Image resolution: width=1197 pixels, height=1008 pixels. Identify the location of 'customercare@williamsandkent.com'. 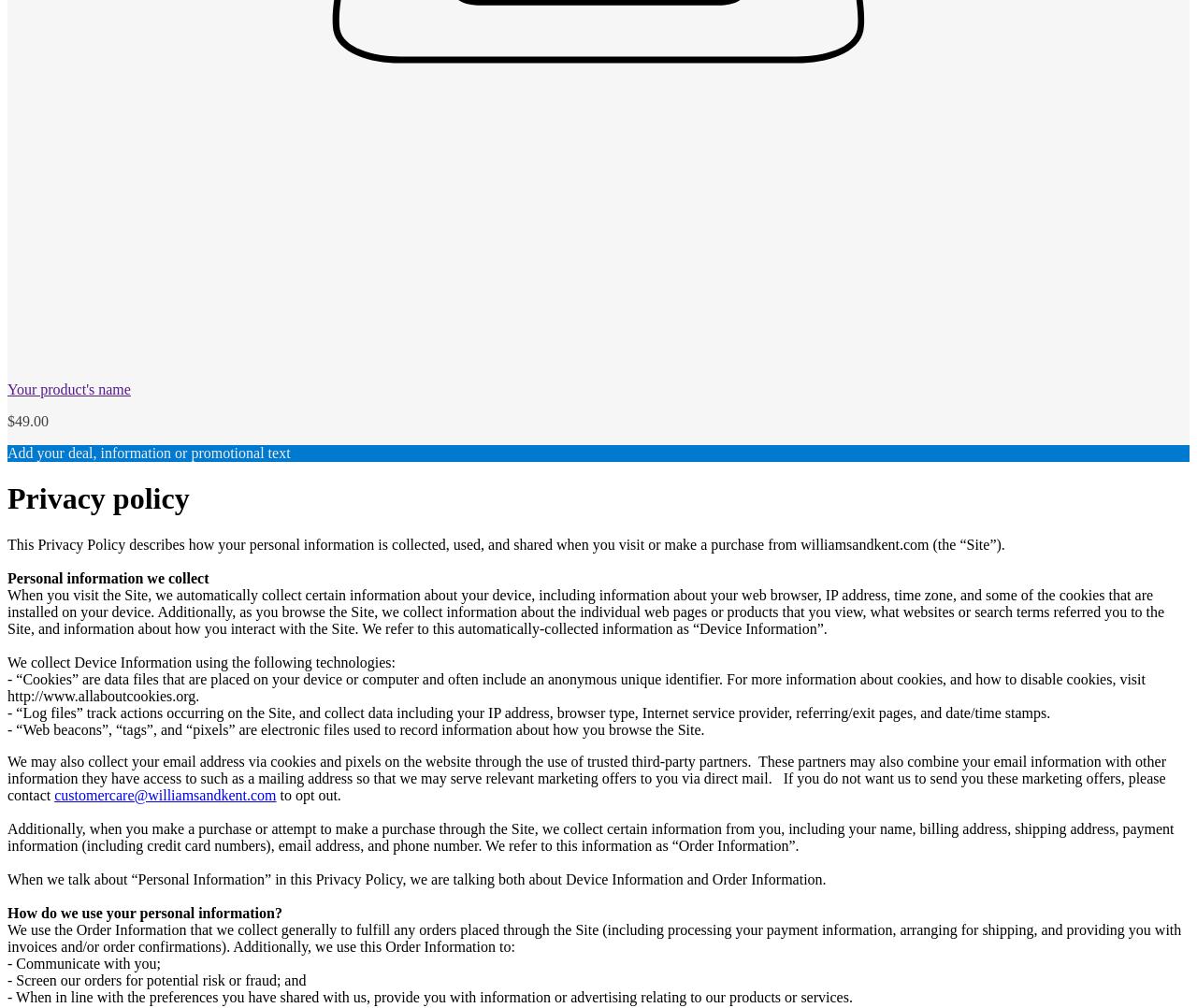
(53, 793).